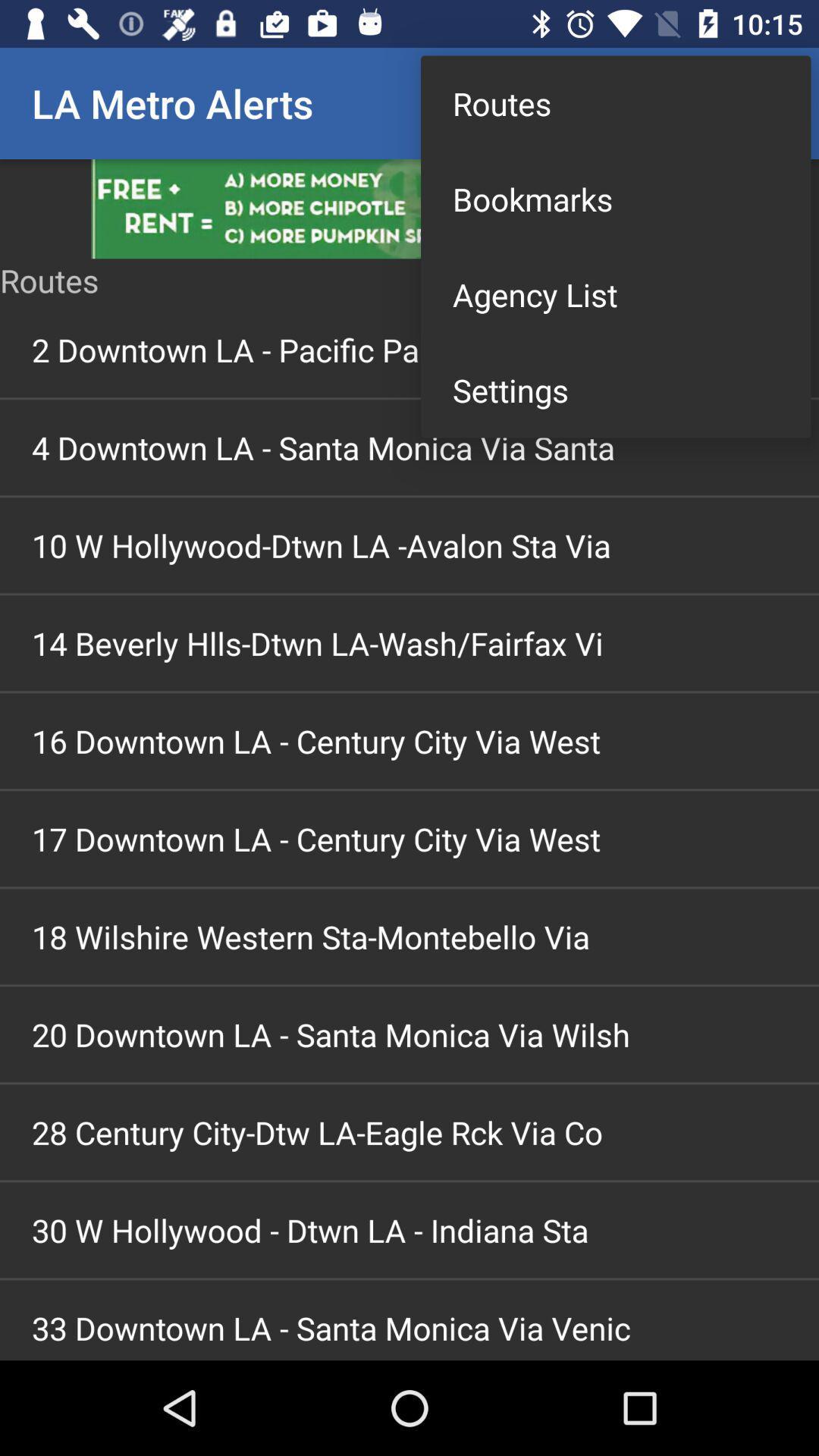 The image size is (819, 1456). Describe the element at coordinates (409, 208) in the screenshot. I see `open this advertisement` at that location.